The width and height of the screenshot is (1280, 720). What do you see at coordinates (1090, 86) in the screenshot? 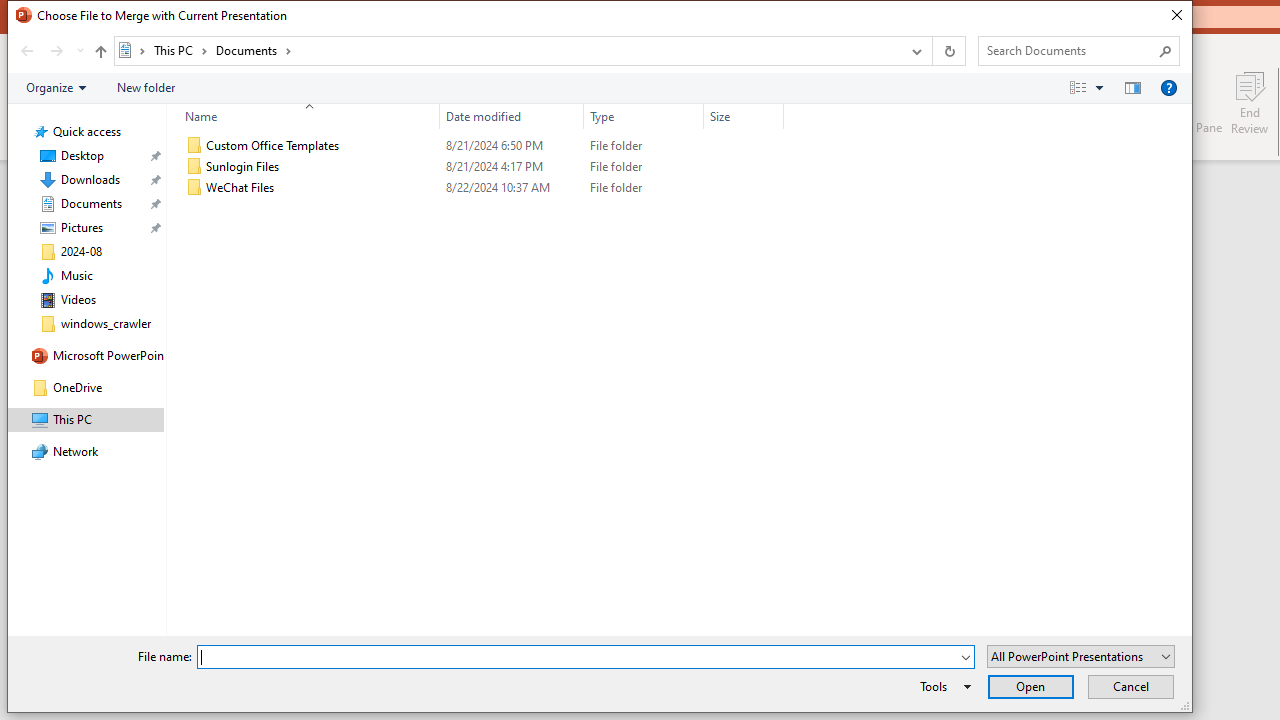
I see `'Views'` at bounding box center [1090, 86].